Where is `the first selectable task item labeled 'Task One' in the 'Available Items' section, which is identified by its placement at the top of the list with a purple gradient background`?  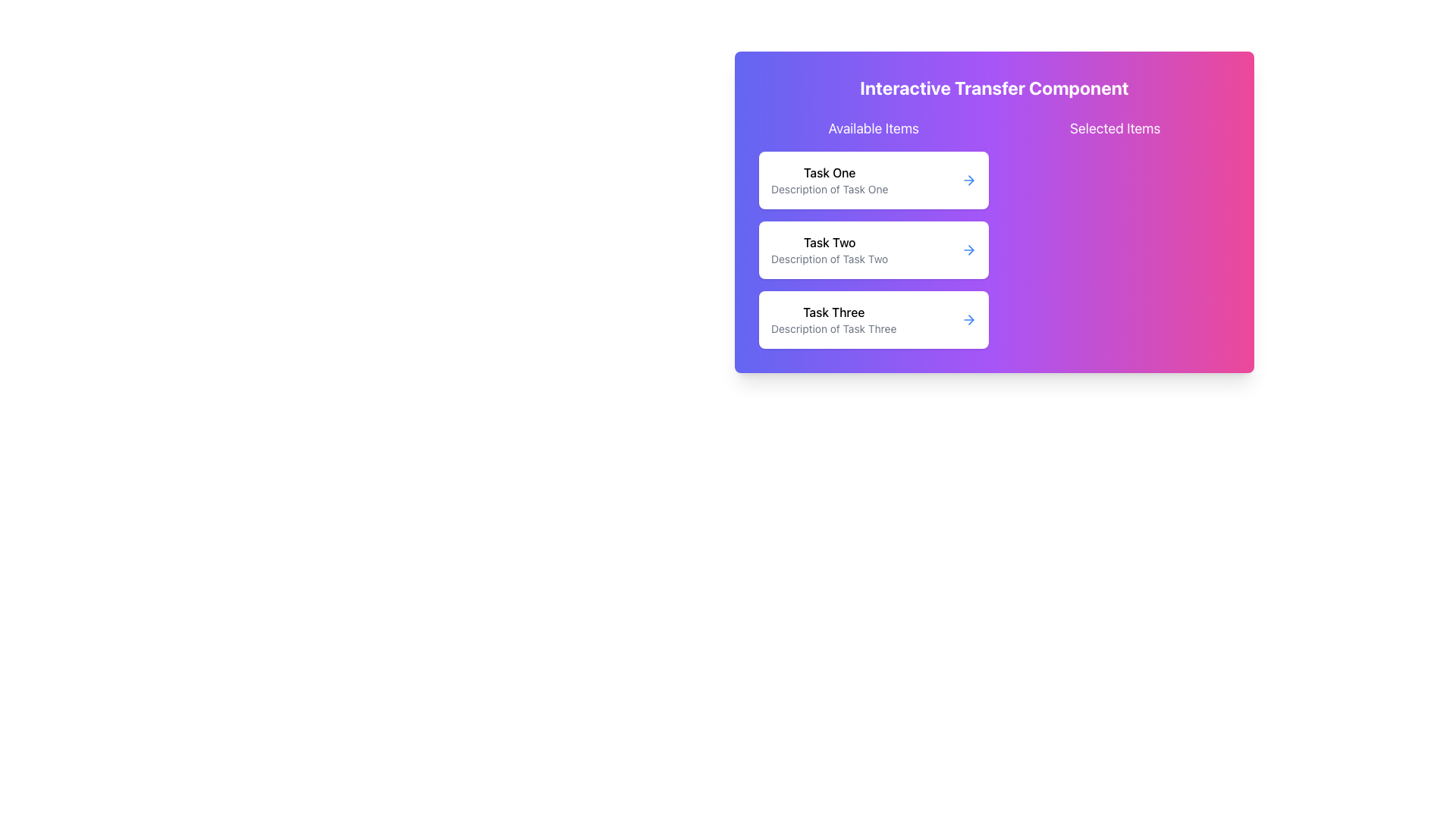
the first selectable task item labeled 'Task One' in the 'Available Items' section, which is identified by its placement at the top of the list with a purple gradient background is located at coordinates (874, 180).